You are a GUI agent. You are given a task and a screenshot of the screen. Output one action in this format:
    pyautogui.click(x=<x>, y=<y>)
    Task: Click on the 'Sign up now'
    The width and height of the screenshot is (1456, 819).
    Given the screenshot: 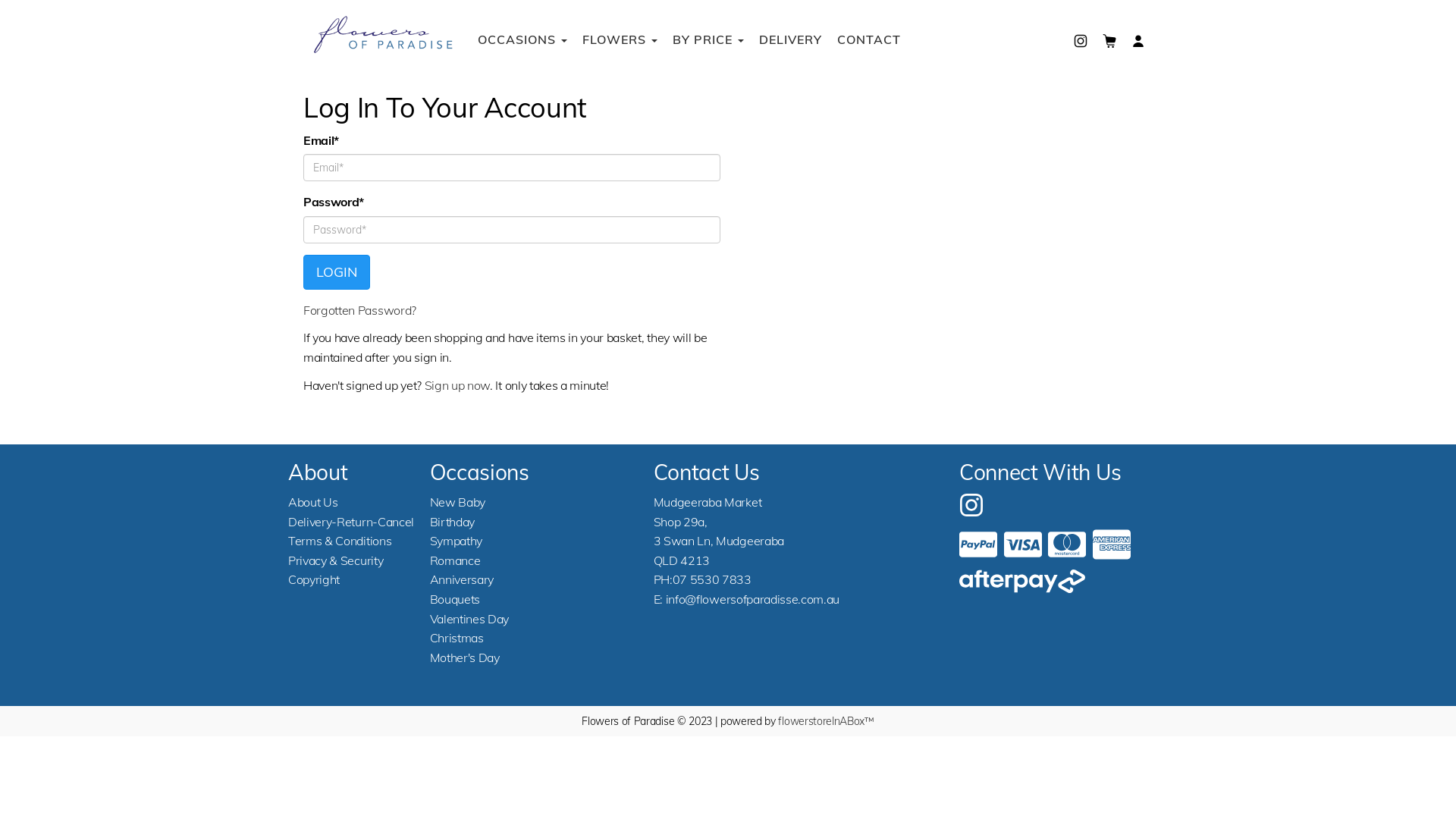 What is the action you would take?
    pyautogui.click(x=425, y=384)
    